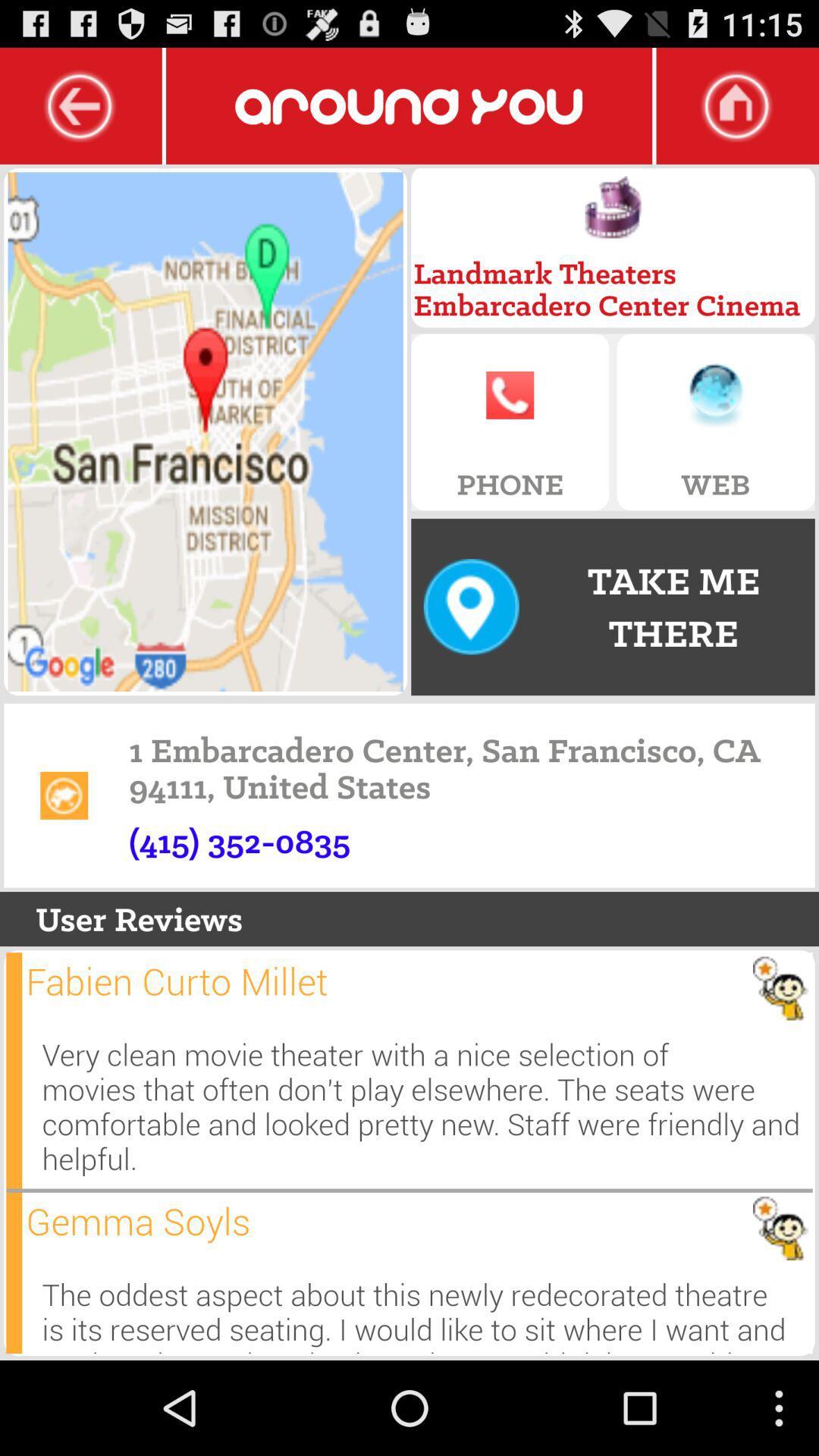 This screenshot has height=1456, width=819. Describe the element at coordinates (138, 1221) in the screenshot. I see `gemma soyls item` at that location.